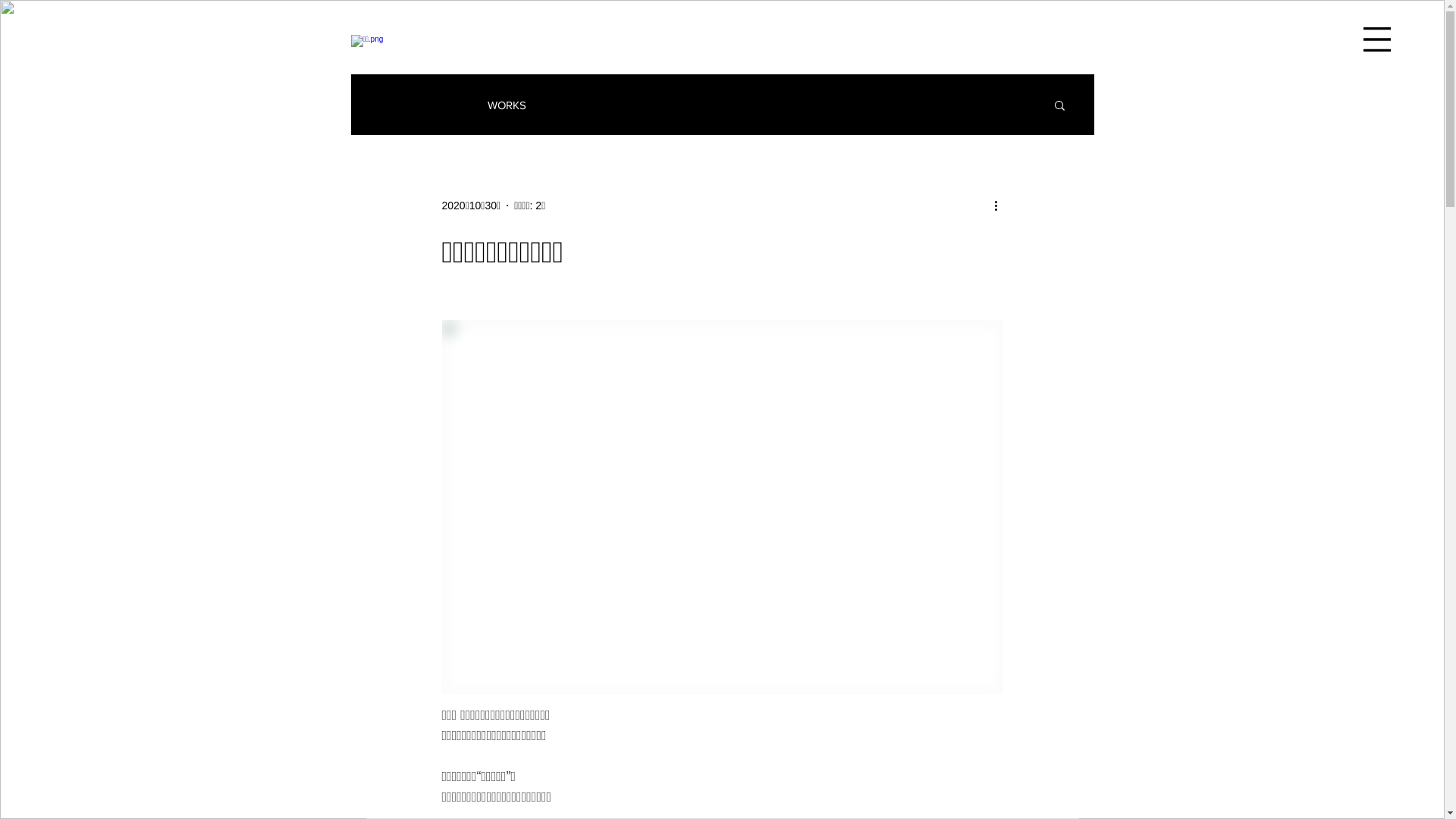 The width and height of the screenshot is (1456, 819). What do you see at coordinates (487, 104) in the screenshot?
I see `'WORKS'` at bounding box center [487, 104].